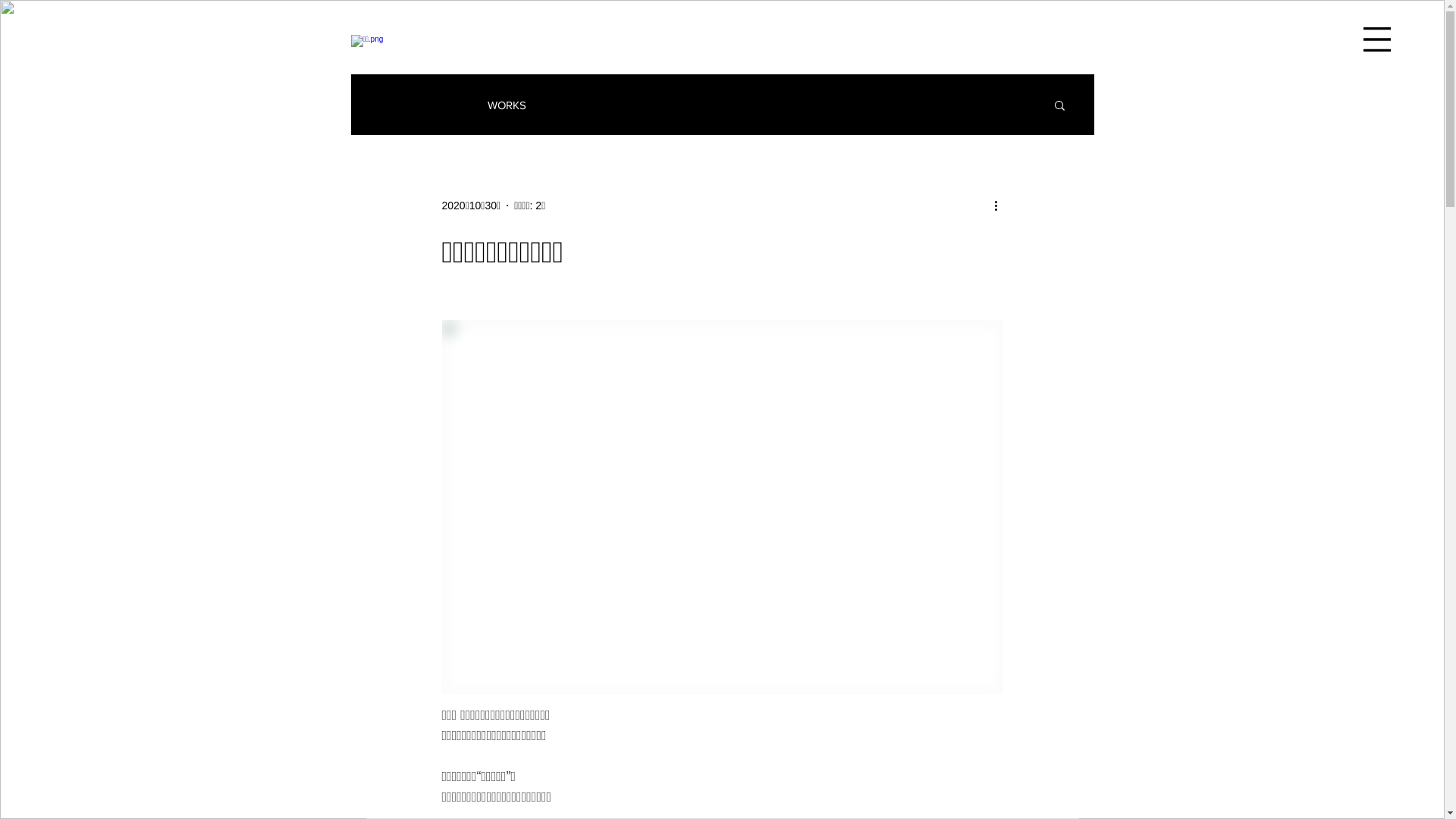 The width and height of the screenshot is (1456, 819). What do you see at coordinates (487, 104) in the screenshot?
I see `'WORKS'` at bounding box center [487, 104].